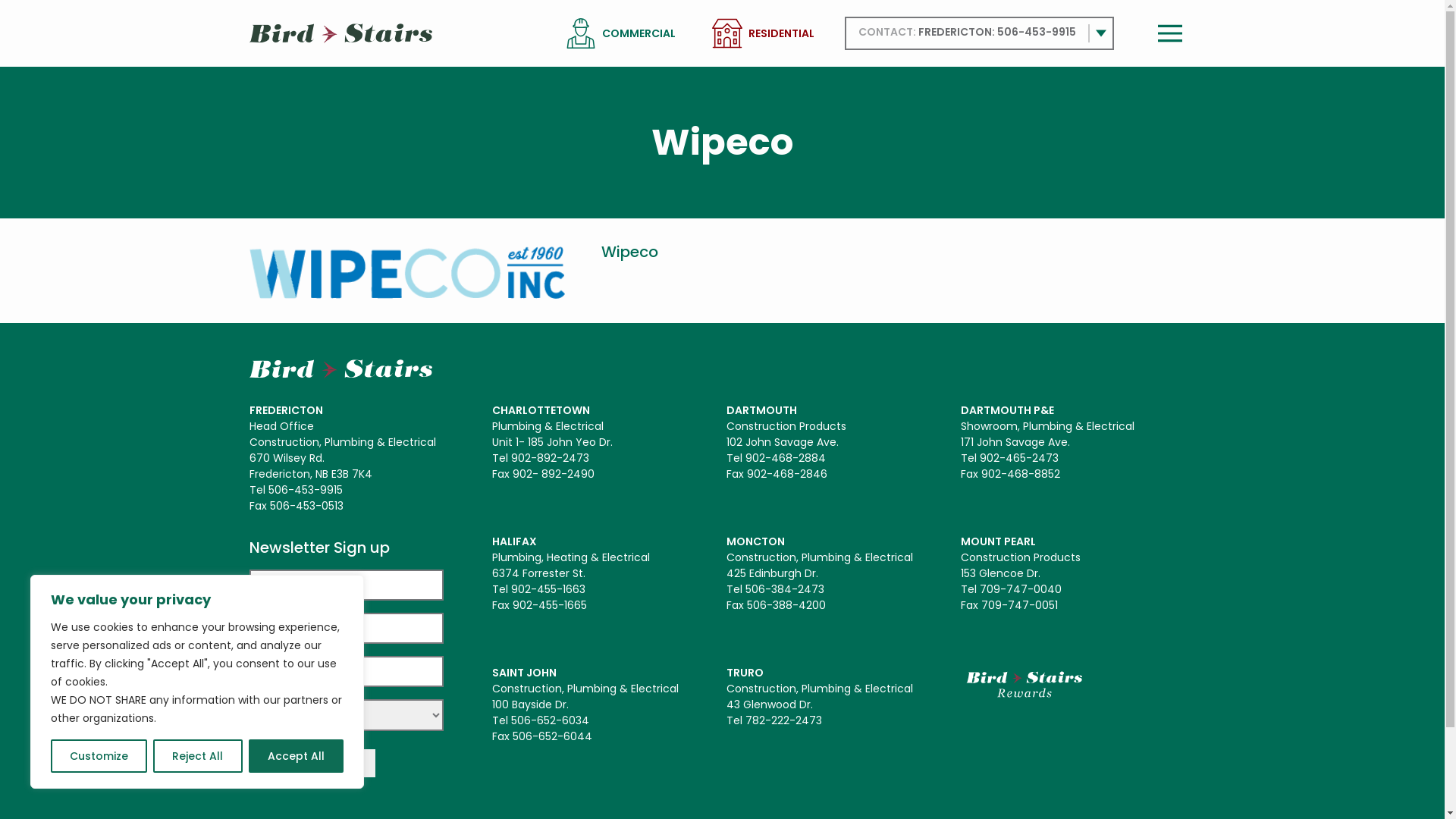 This screenshot has height=819, width=1456. What do you see at coordinates (726, 672) in the screenshot?
I see `'TRURO'` at bounding box center [726, 672].